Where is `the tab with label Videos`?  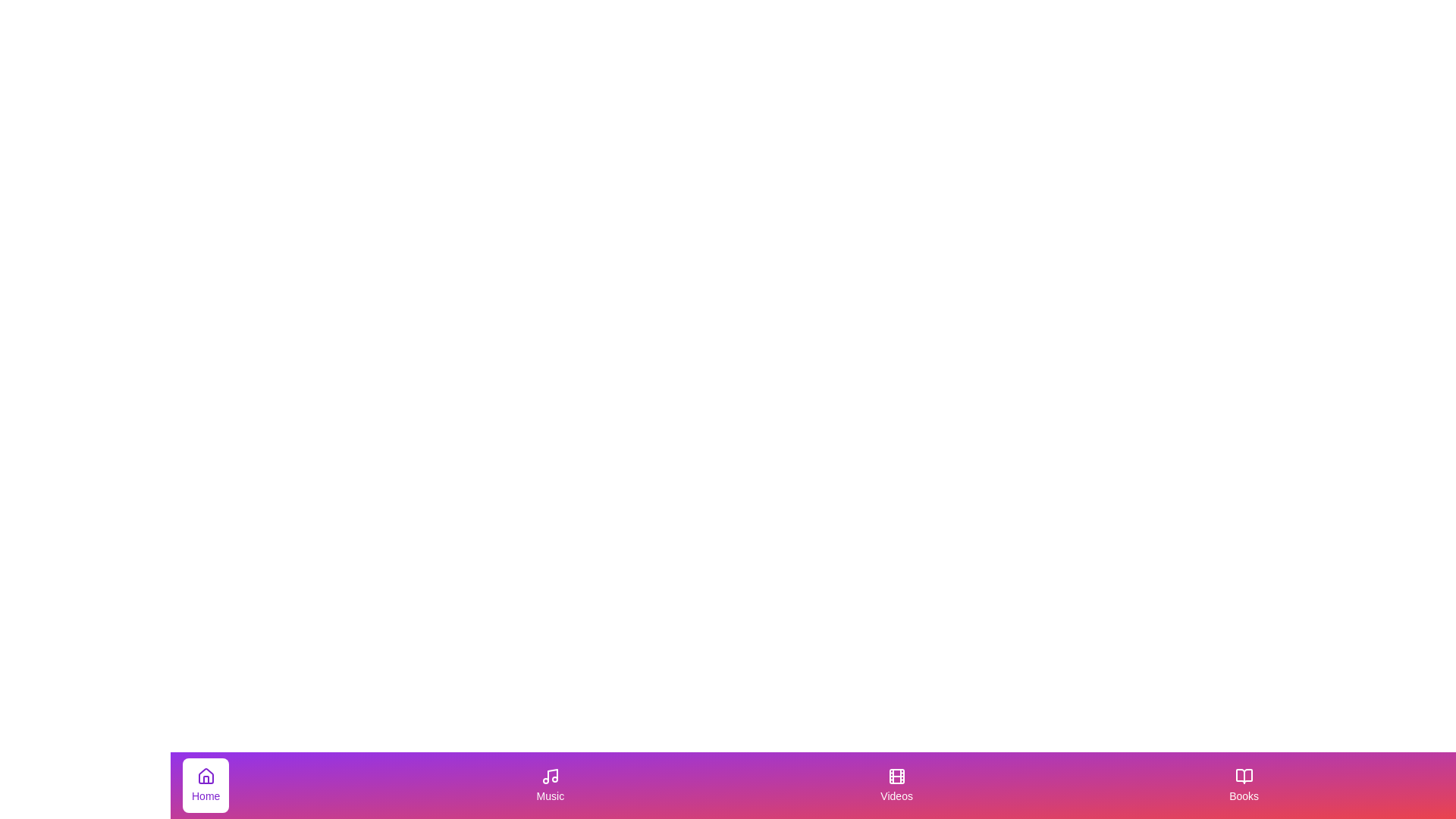
the tab with label Videos is located at coordinates (896, 785).